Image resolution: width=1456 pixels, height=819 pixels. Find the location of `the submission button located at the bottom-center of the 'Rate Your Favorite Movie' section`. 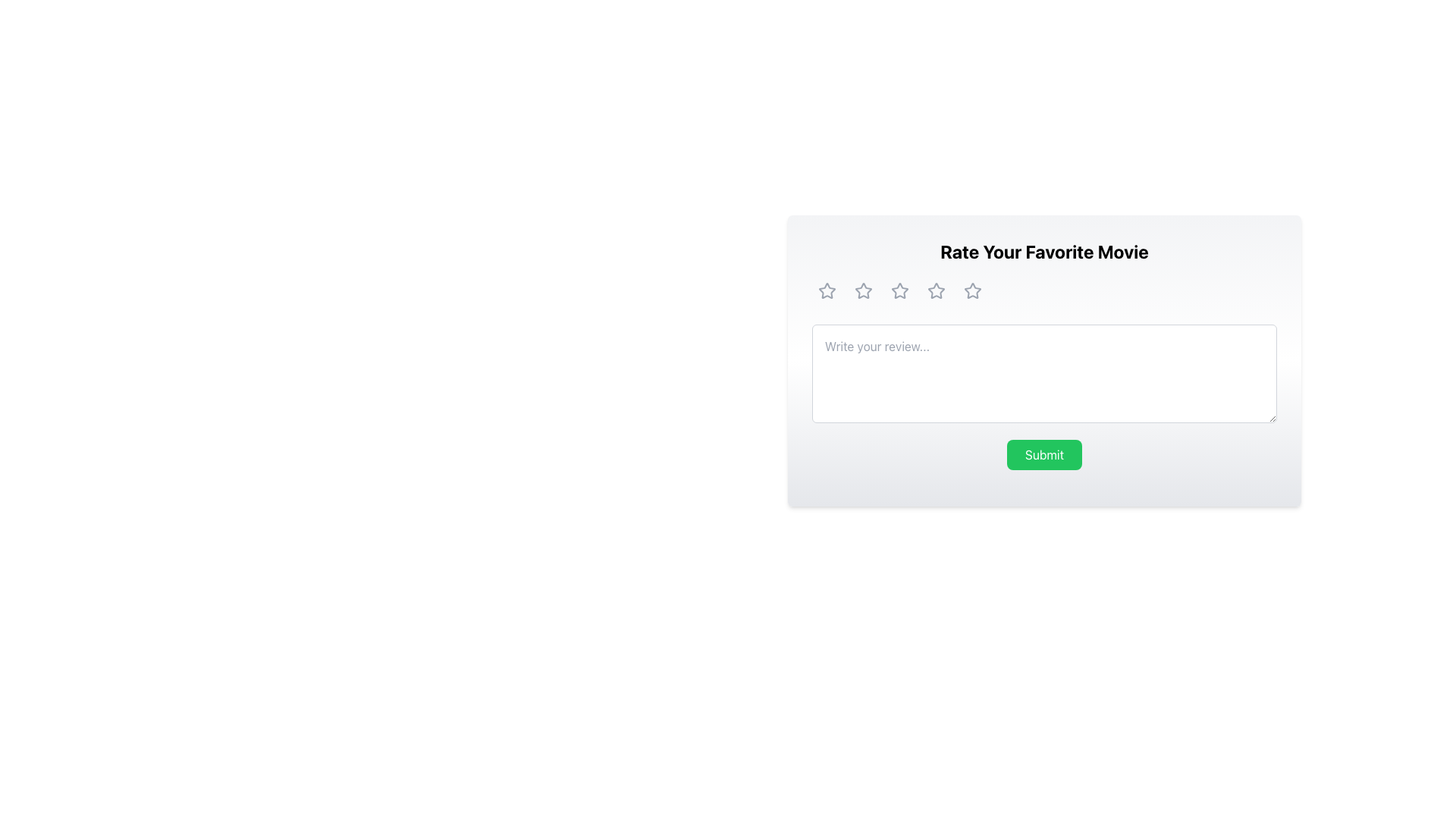

the submission button located at the bottom-center of the 'Rate Your Favorite Movie' section is located at coordinates (1043, 454).